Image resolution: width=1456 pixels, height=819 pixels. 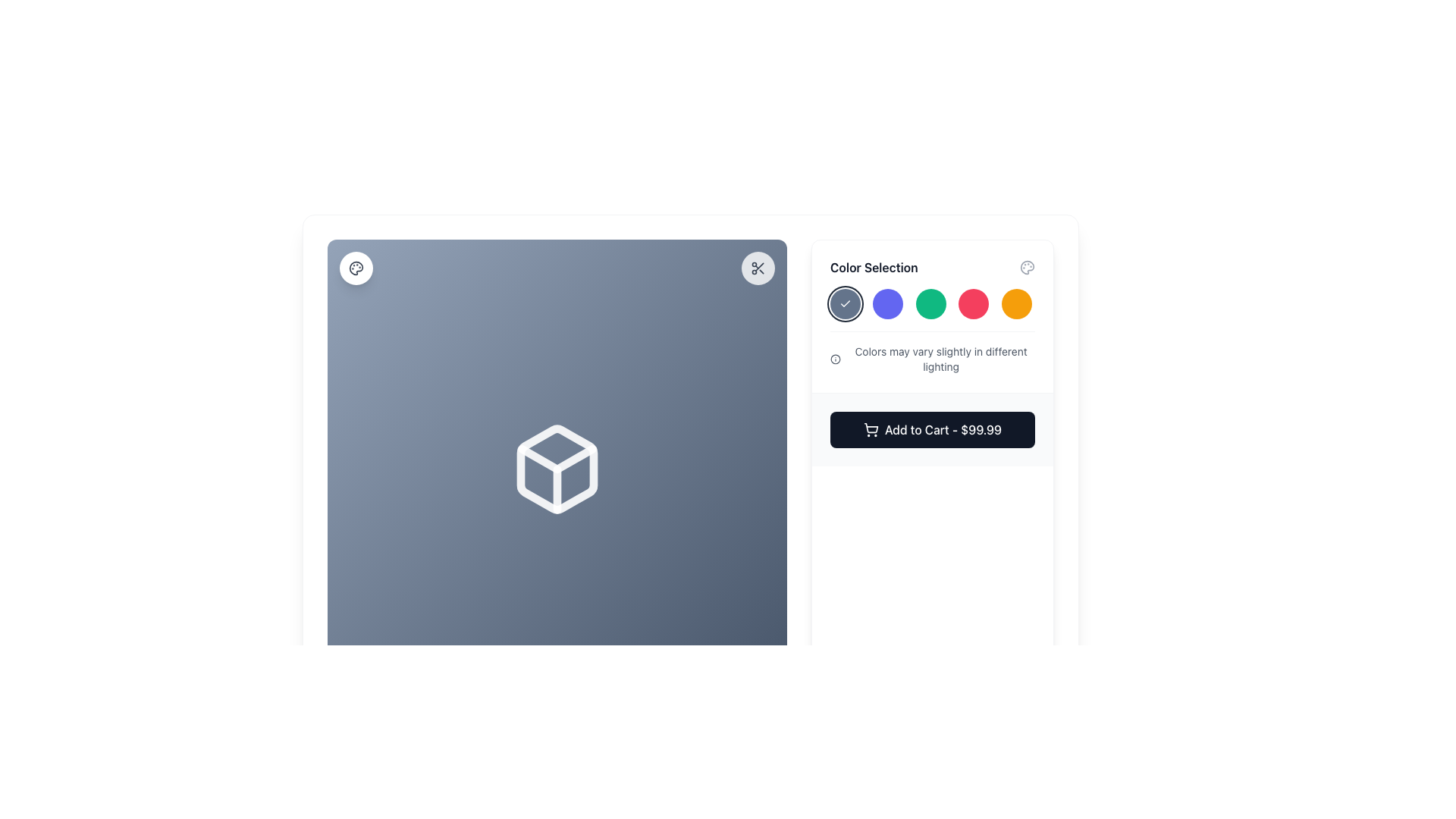 I want to click on the shopping cart icon, which is a modern, minimalistic icon rendered in white on a dark blue button labeled 'Add to Cart - $99.99'. The icon is located on the left side of the button, centrally aligned on the vertical axis, so click(x=871, y=430).